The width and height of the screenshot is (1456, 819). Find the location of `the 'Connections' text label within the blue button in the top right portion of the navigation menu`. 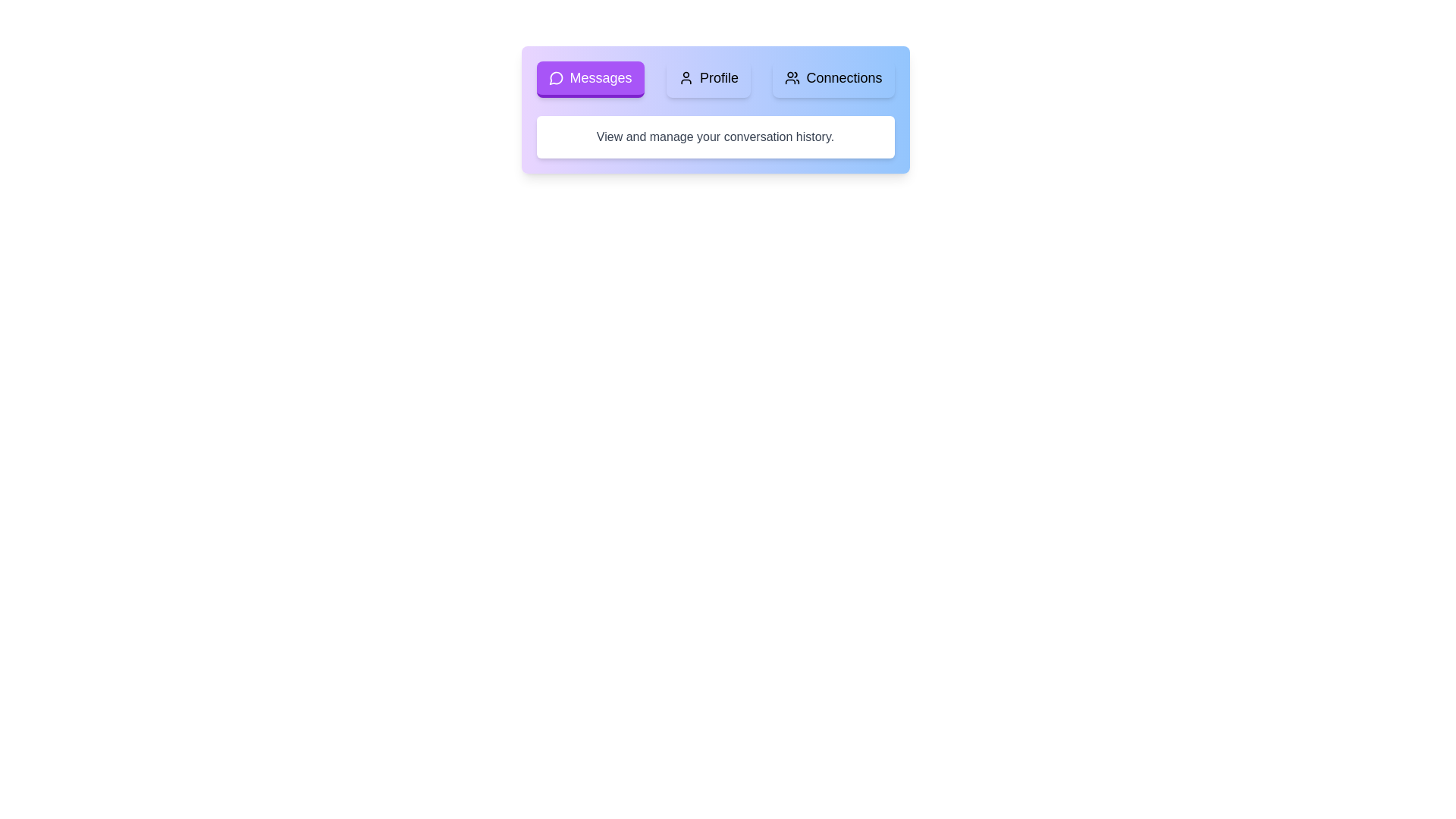

the 'Connections' text label within the blue button in the top right portion of the navigation menu is located at coordinates (843, 78).